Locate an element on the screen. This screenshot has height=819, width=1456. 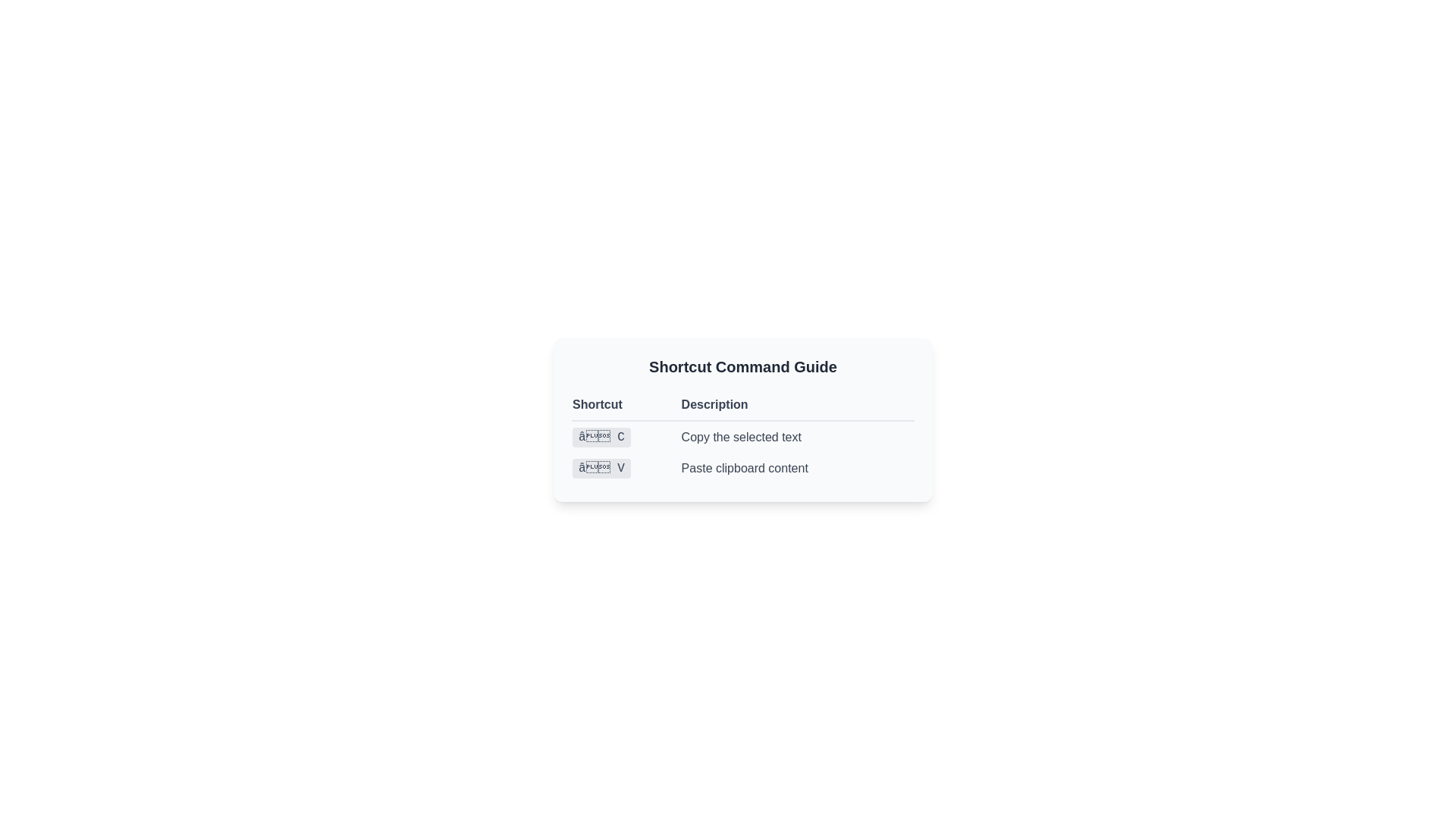
the button-like static text element containing the text 'â⌘ V', which is styled with a light gray background and rounded corners, located in the lower part of a two-row list is located at coordinates (601, 467).